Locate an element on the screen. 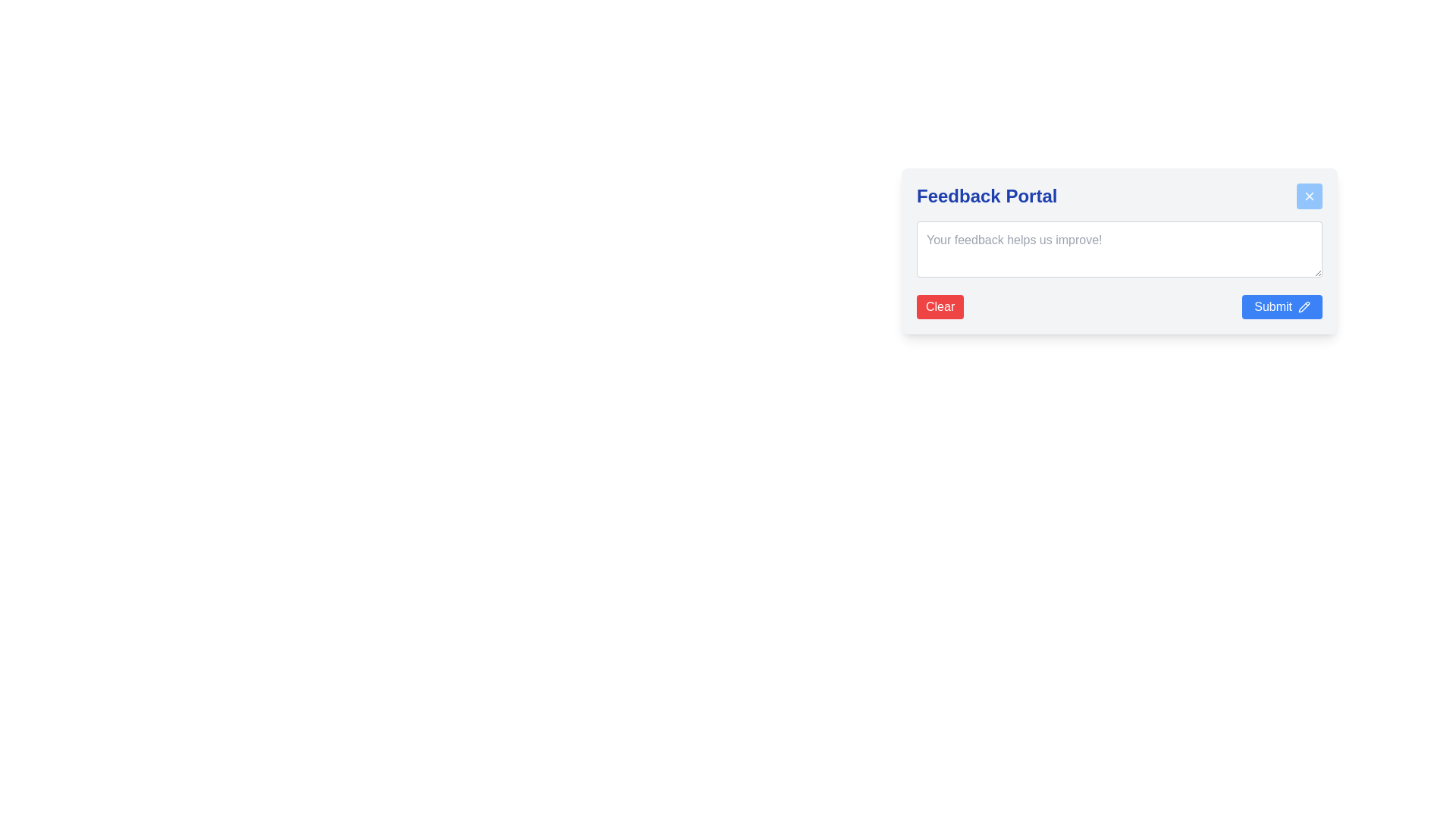 This screenshot has width=1456, height=819. the 'Feedback Portal' text label, which is bold, 2xl sized, and blue, positioned above the input field and buttons is located at coordinates (987, 195).